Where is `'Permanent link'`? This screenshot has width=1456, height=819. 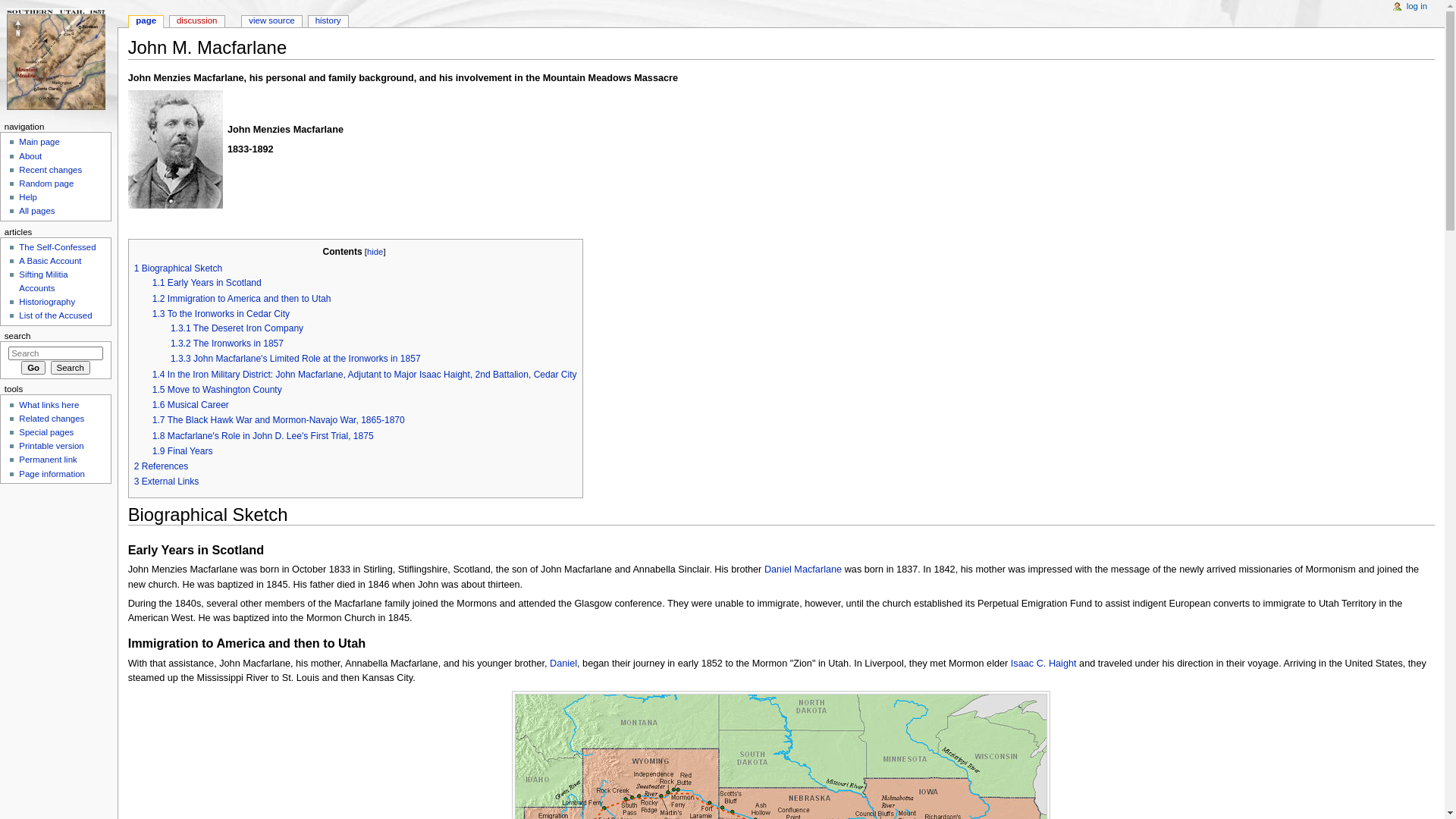 'Permanent link' is located at coordinates (47, 458).